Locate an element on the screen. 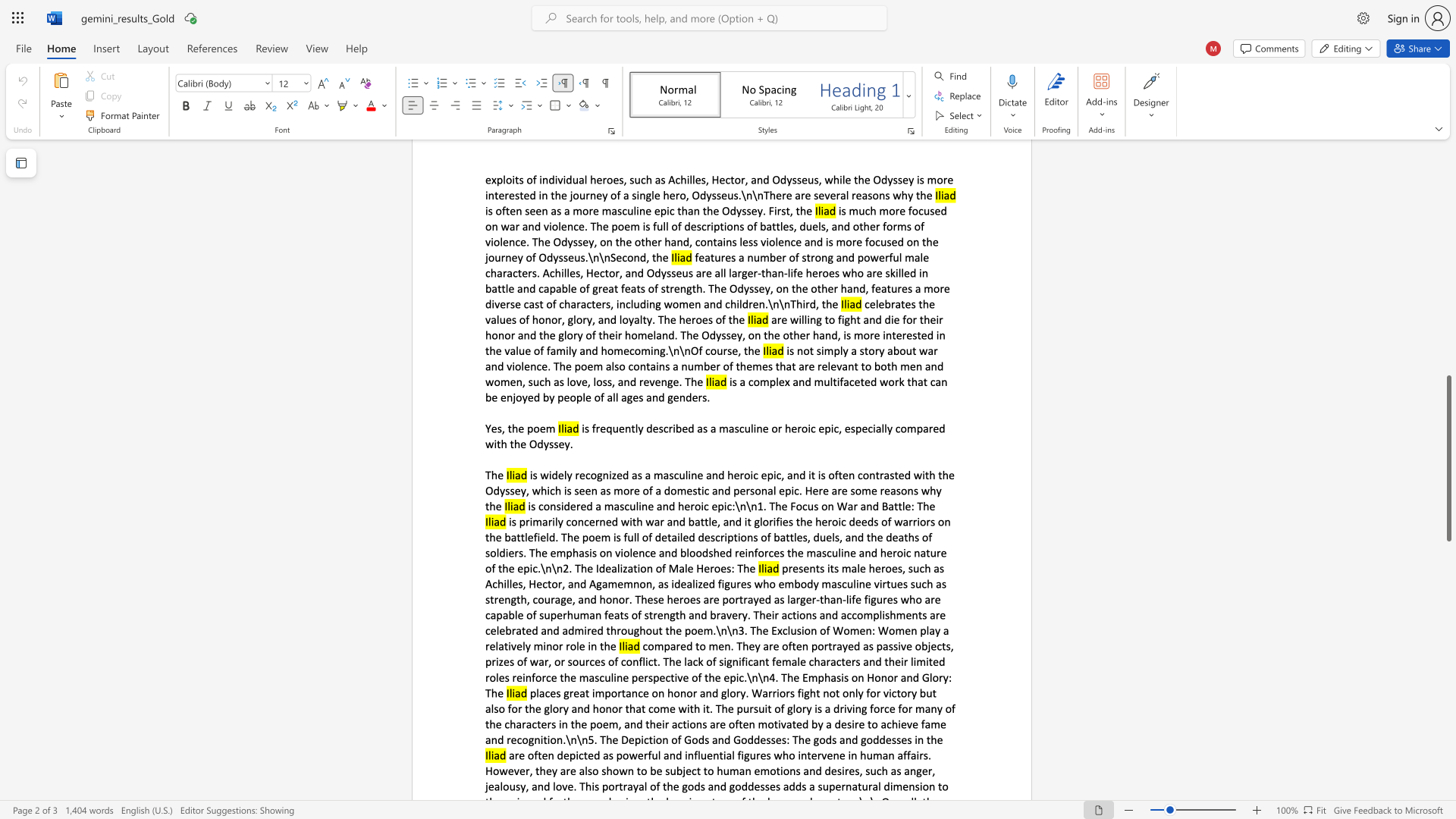 This screenshot has height=819, width=1456. the scrollbar is located at coordinates (1448, 356).